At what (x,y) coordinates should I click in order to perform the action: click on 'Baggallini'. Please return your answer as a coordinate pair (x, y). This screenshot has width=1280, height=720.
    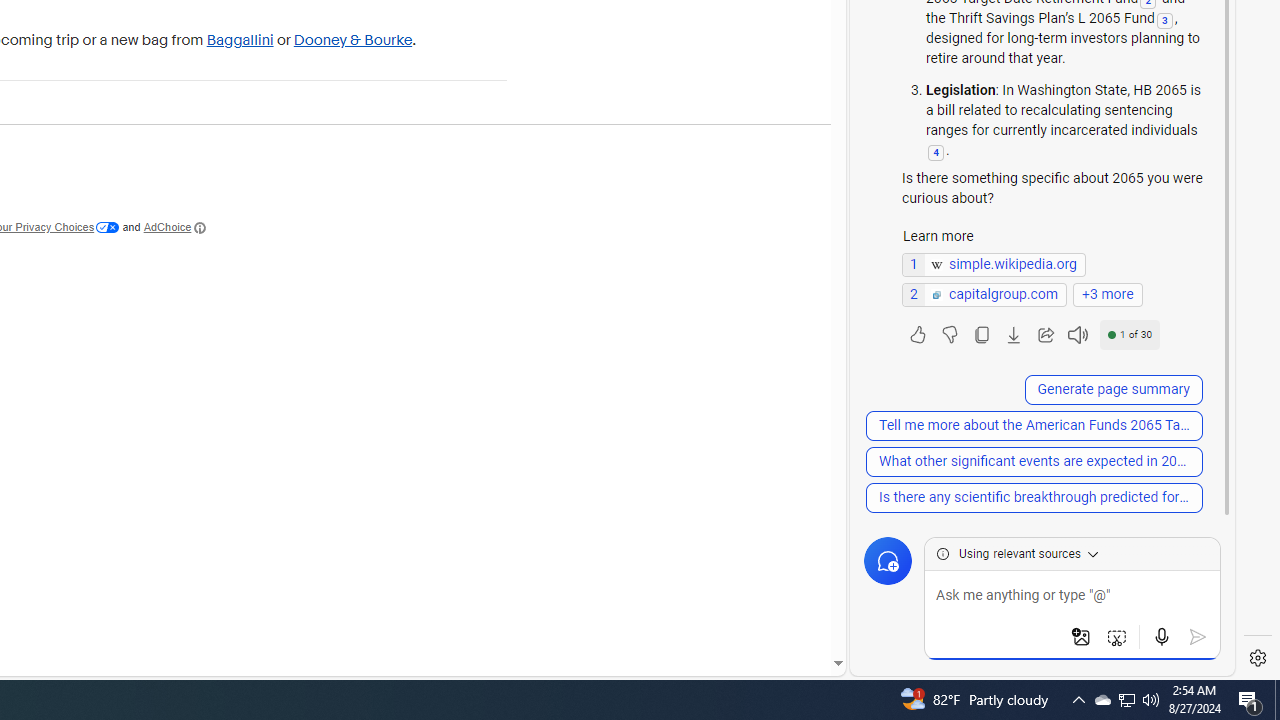
    Looking at the image, I should click on (240, 40).